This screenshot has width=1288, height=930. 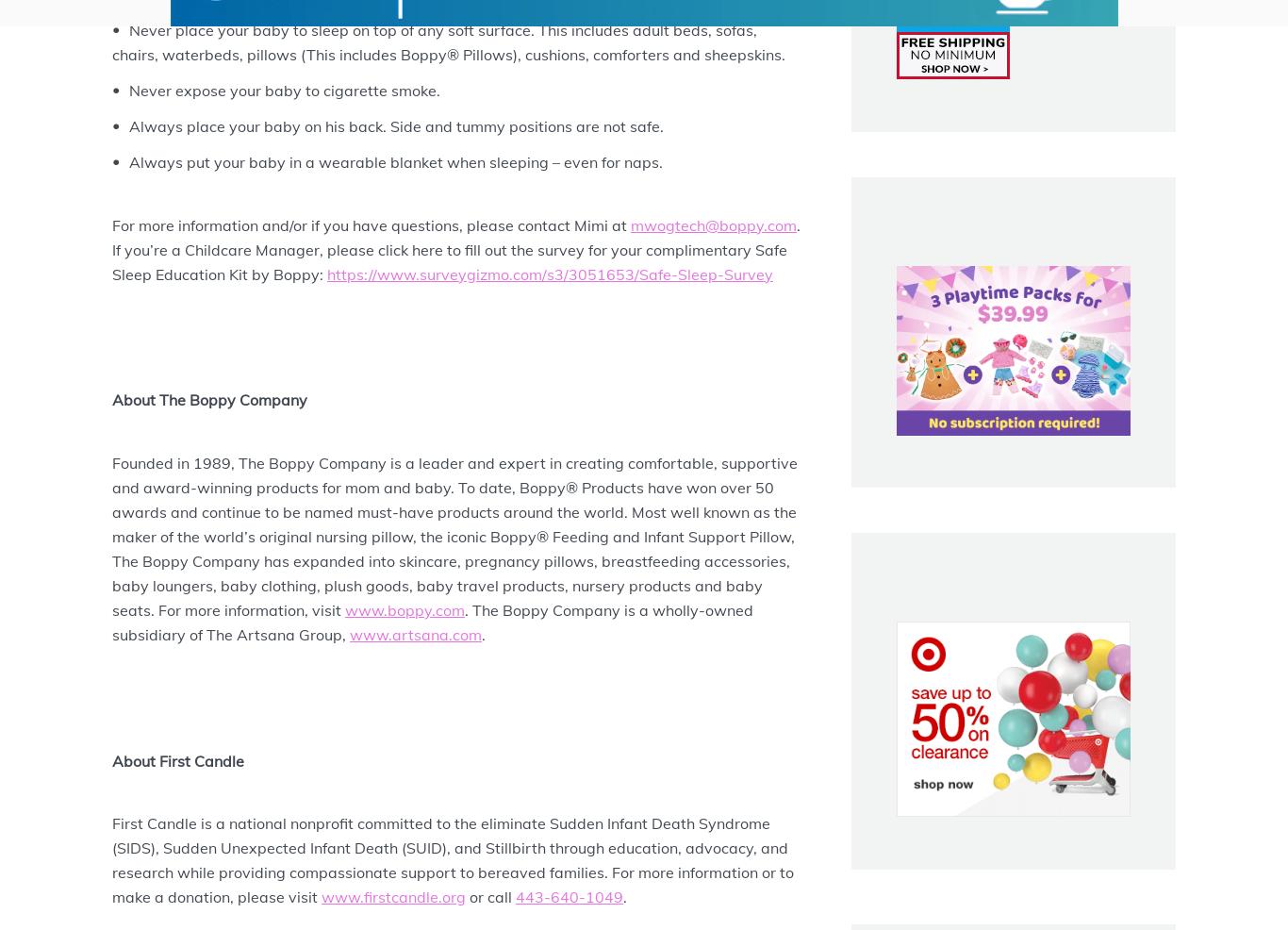 What do you see at coordinates (414, 634) in the screenshot?
I see `'www.artsana.com'` at bounding box center [414, 634].